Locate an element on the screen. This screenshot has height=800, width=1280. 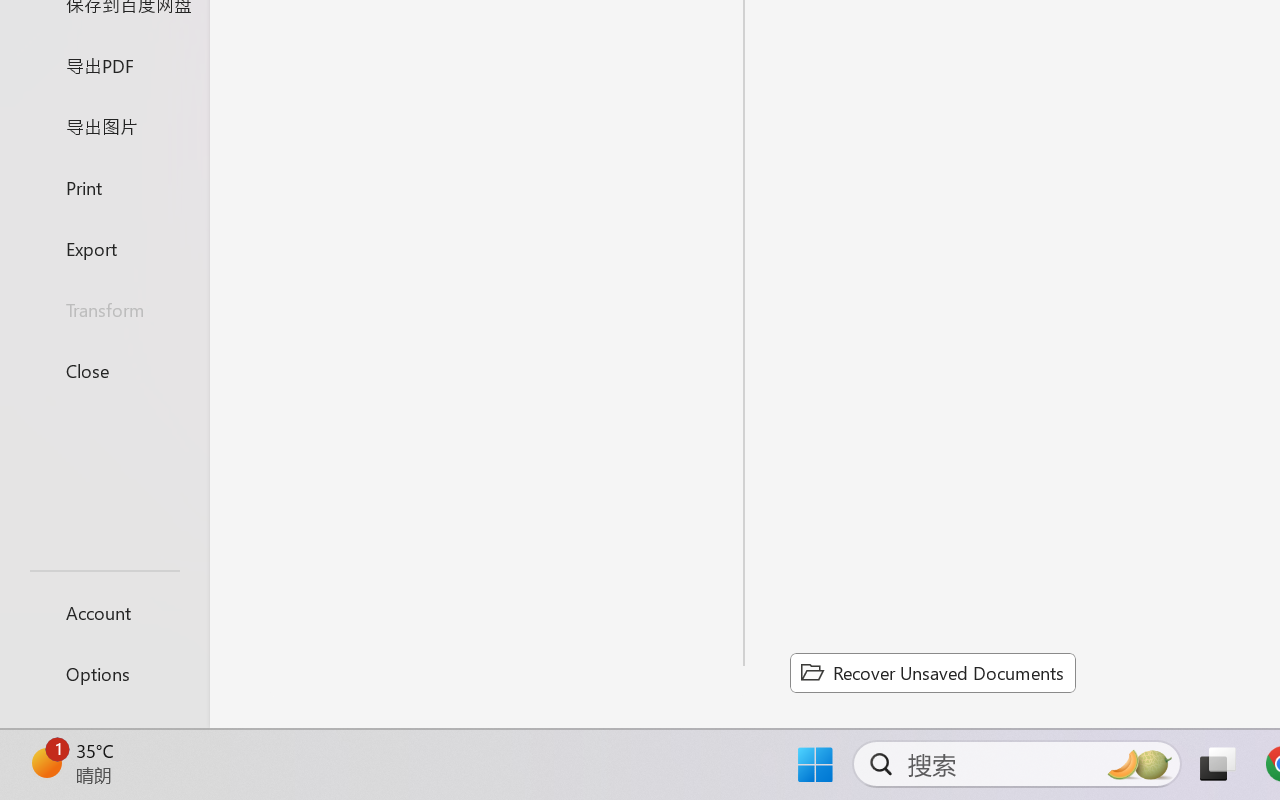
'Transform' is located at coordinates (103, 308).